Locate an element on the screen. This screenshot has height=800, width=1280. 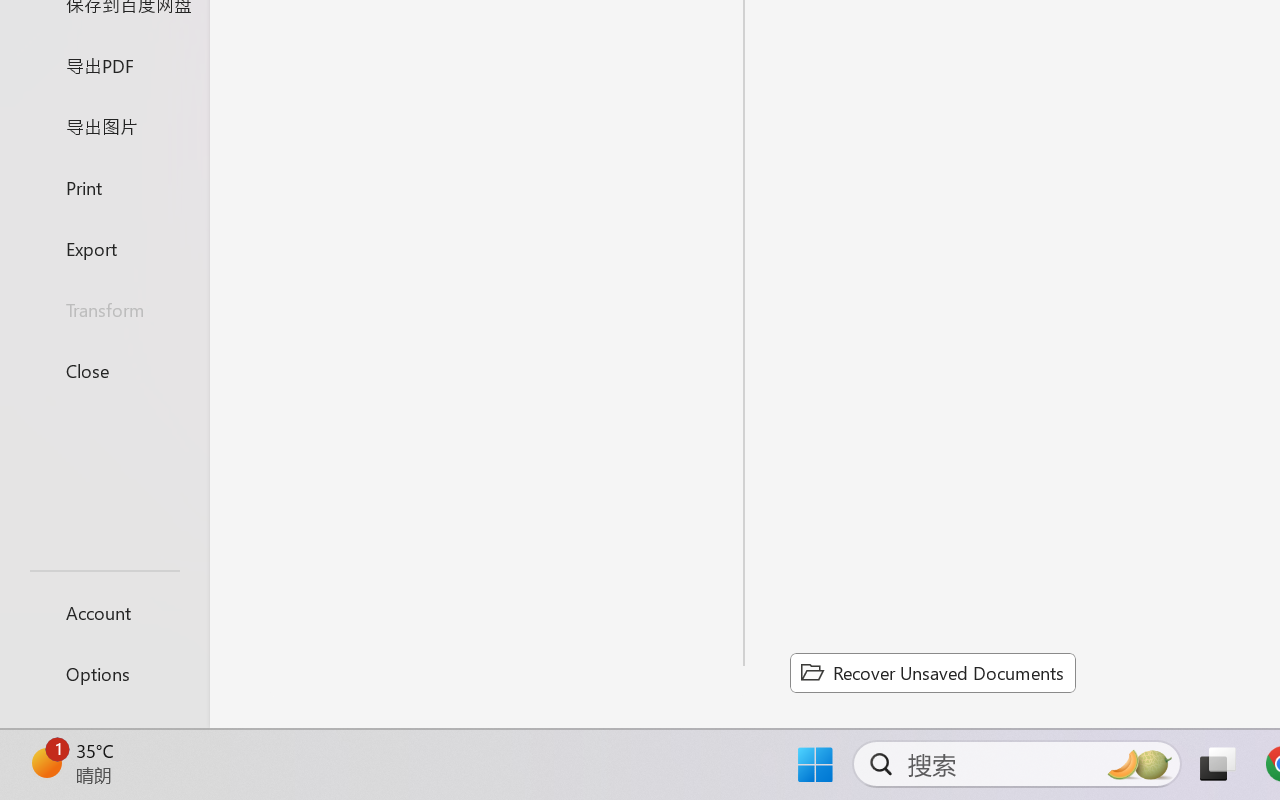
'Transform' is located at coordinates (103, 308).